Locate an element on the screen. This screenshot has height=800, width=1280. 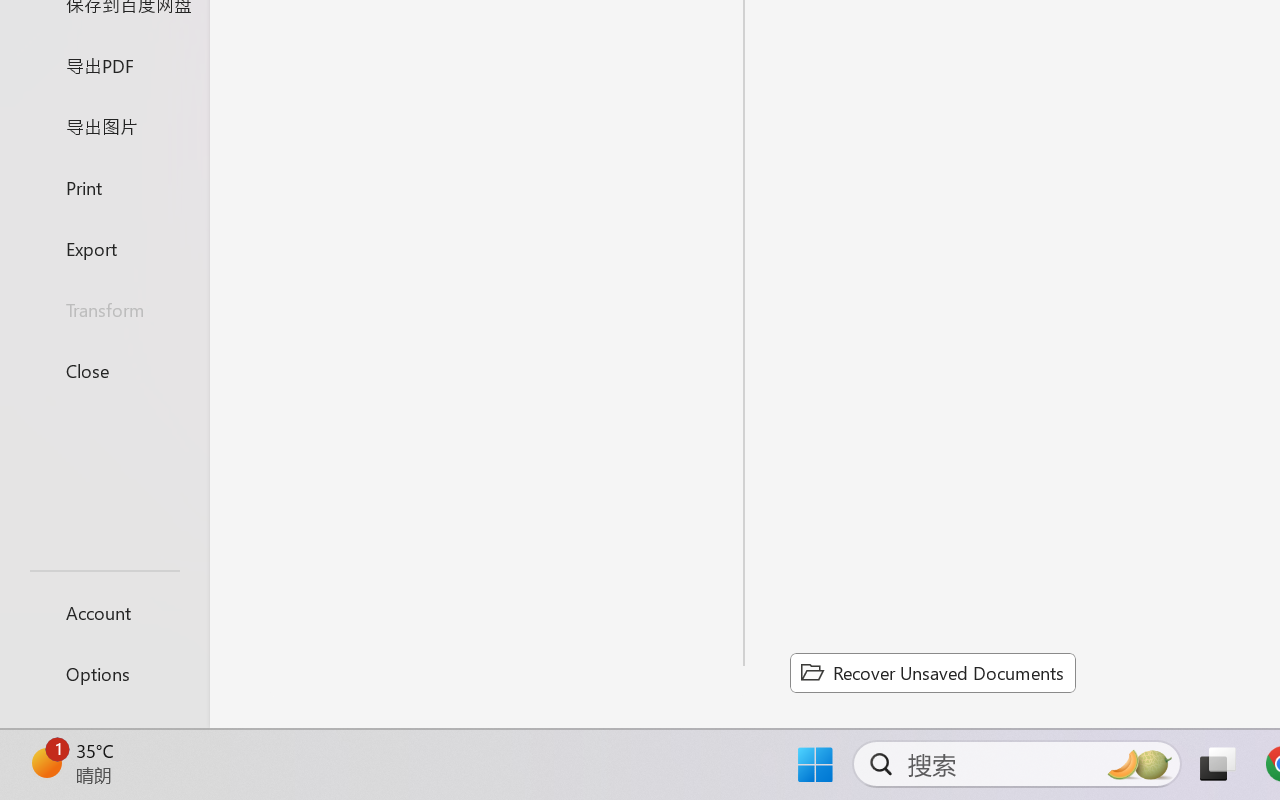
'Transform' is located at coordinates (103, 308).